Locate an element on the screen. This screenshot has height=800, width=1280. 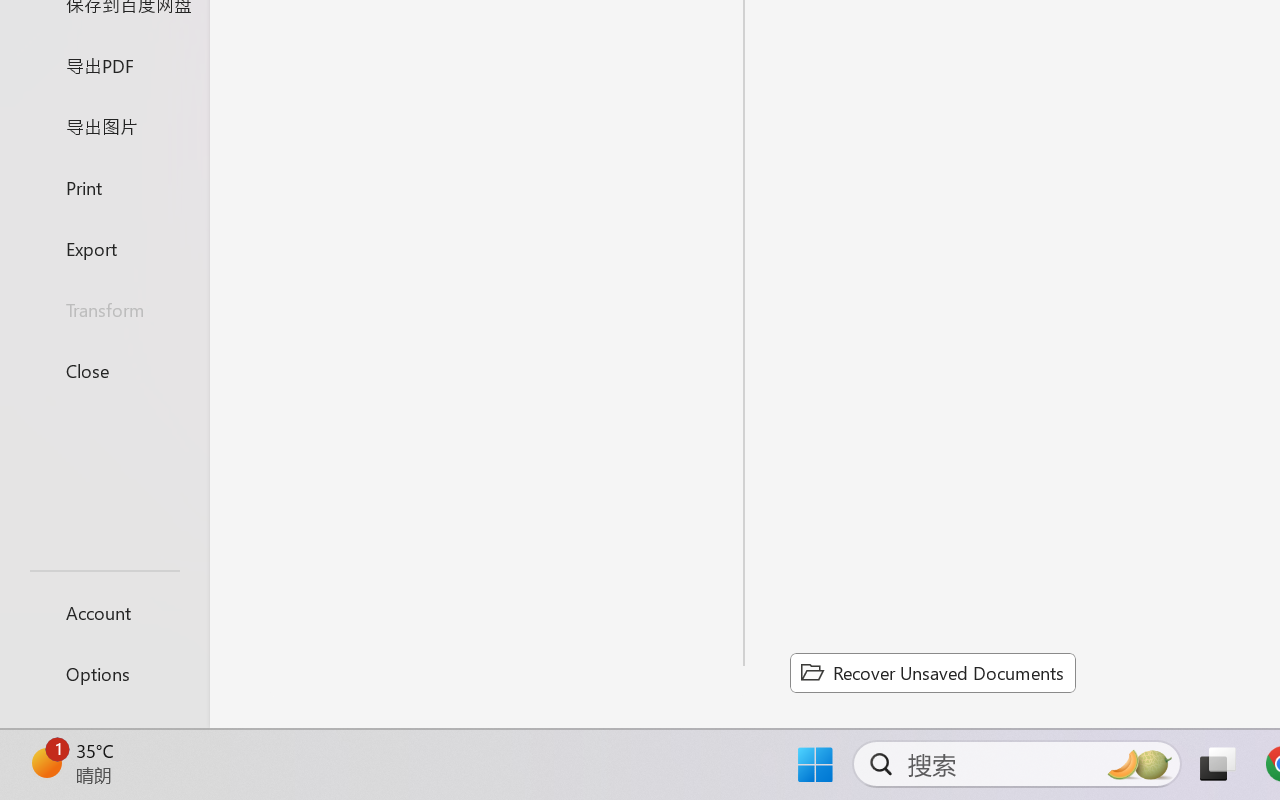
'Transform' is located at coordinates (103, 308).